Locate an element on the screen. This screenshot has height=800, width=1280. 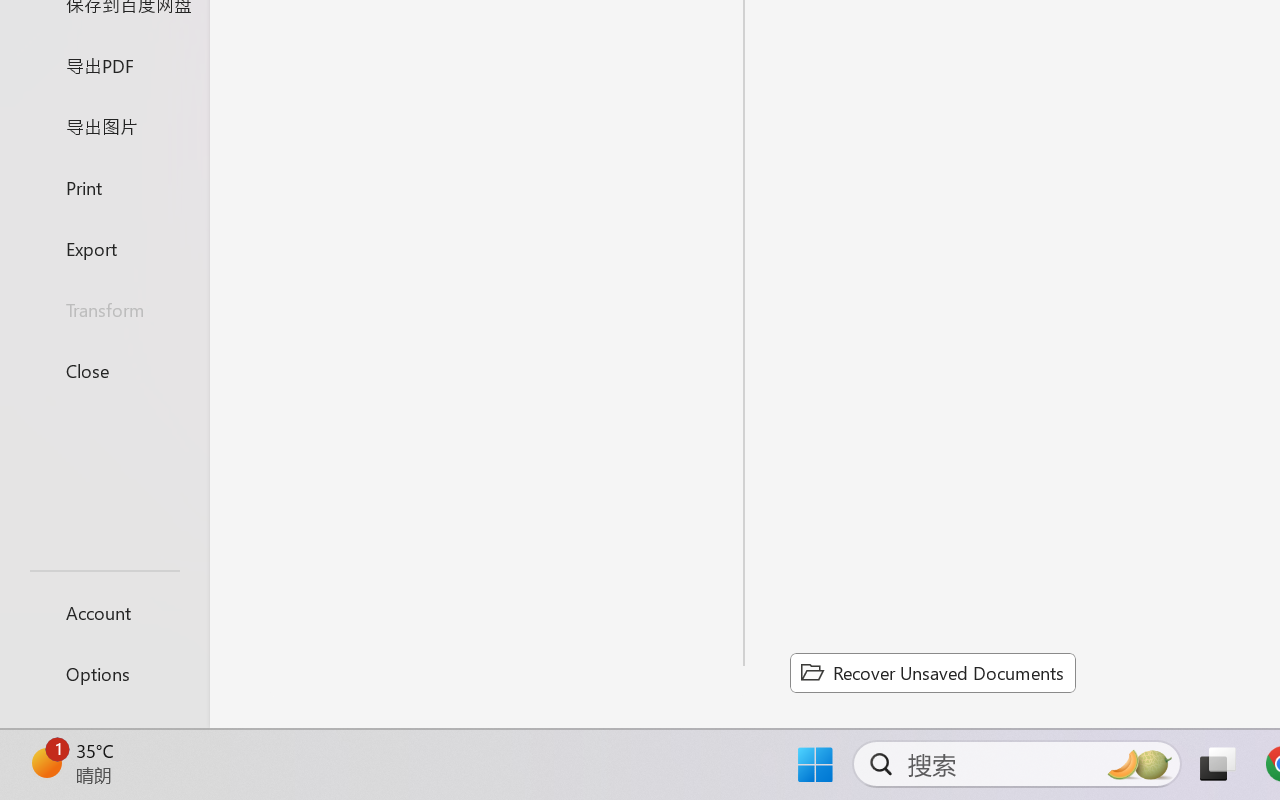
'Transform' is located at coordinates (103, 308).